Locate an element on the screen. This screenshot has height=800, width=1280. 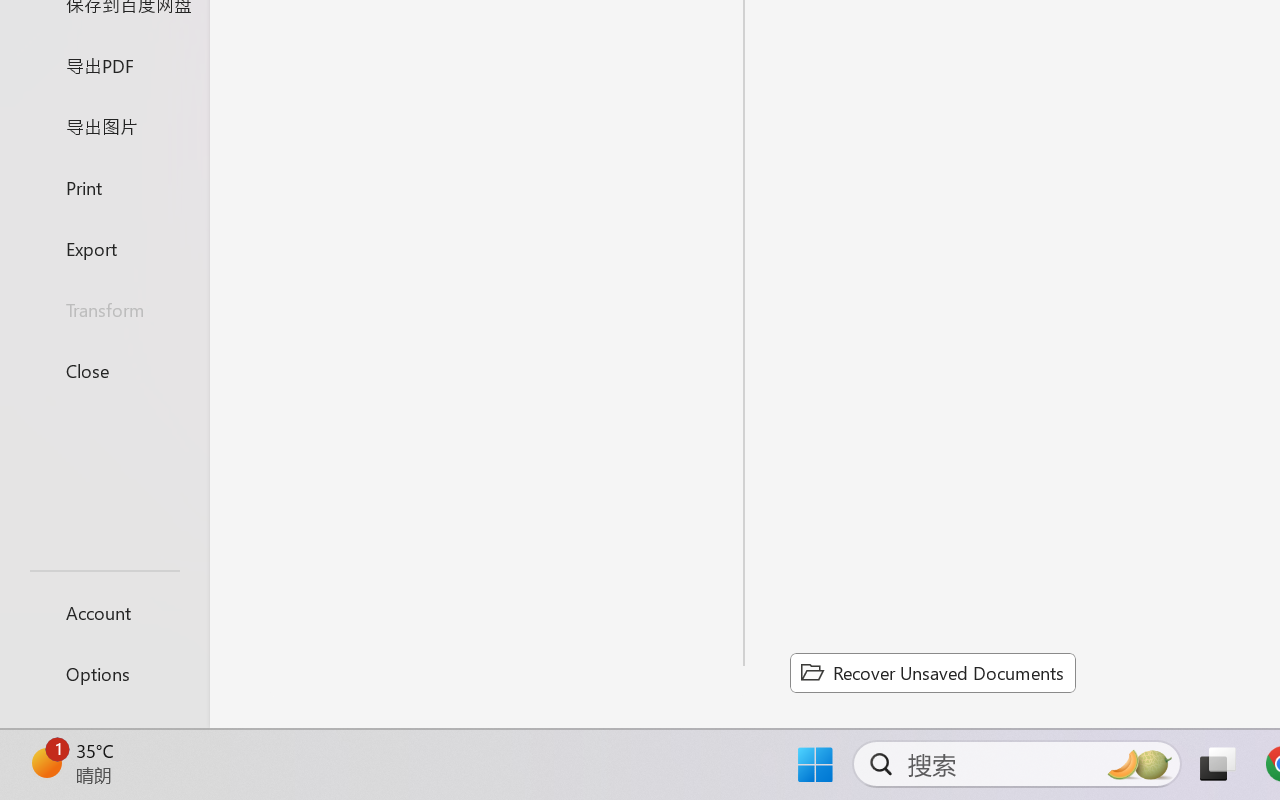
'Transform' is located at coordinates (103, 308).